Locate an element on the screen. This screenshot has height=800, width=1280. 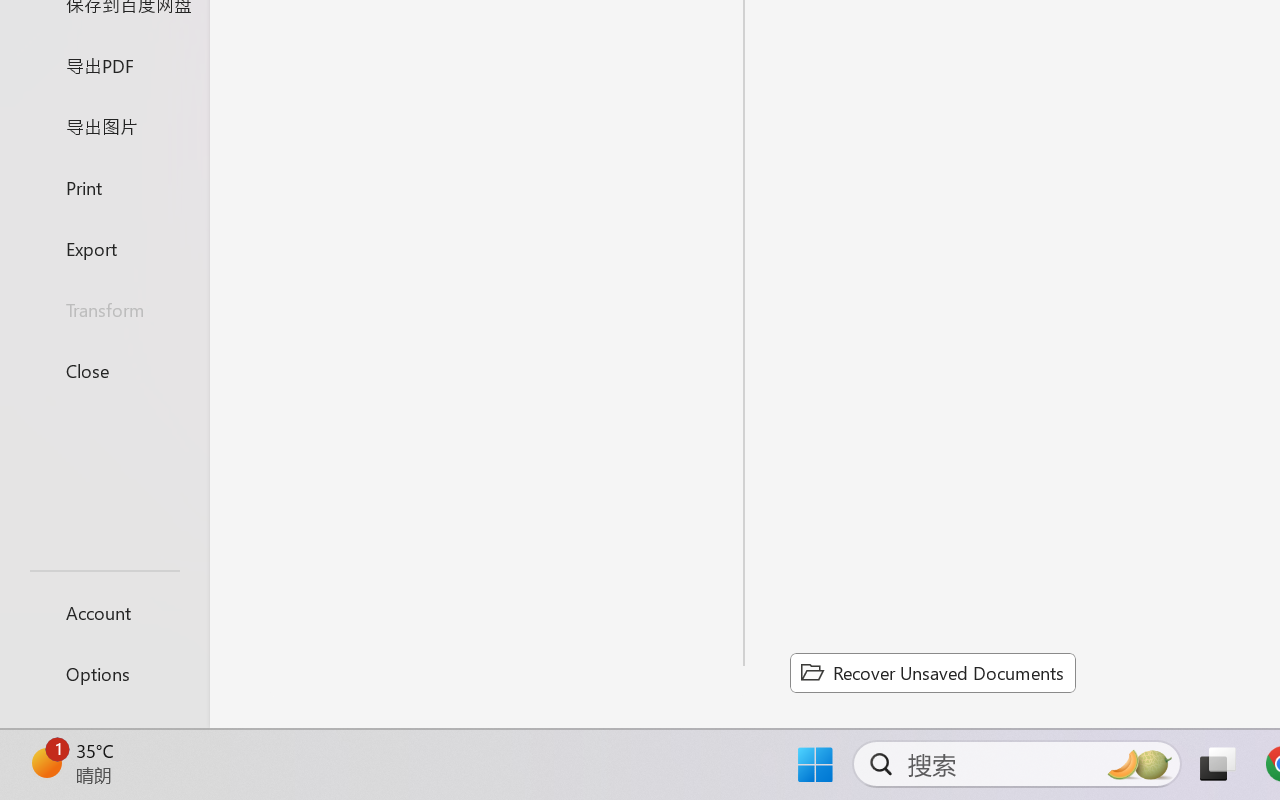
'Transform' is located at coordinates (103, 308).